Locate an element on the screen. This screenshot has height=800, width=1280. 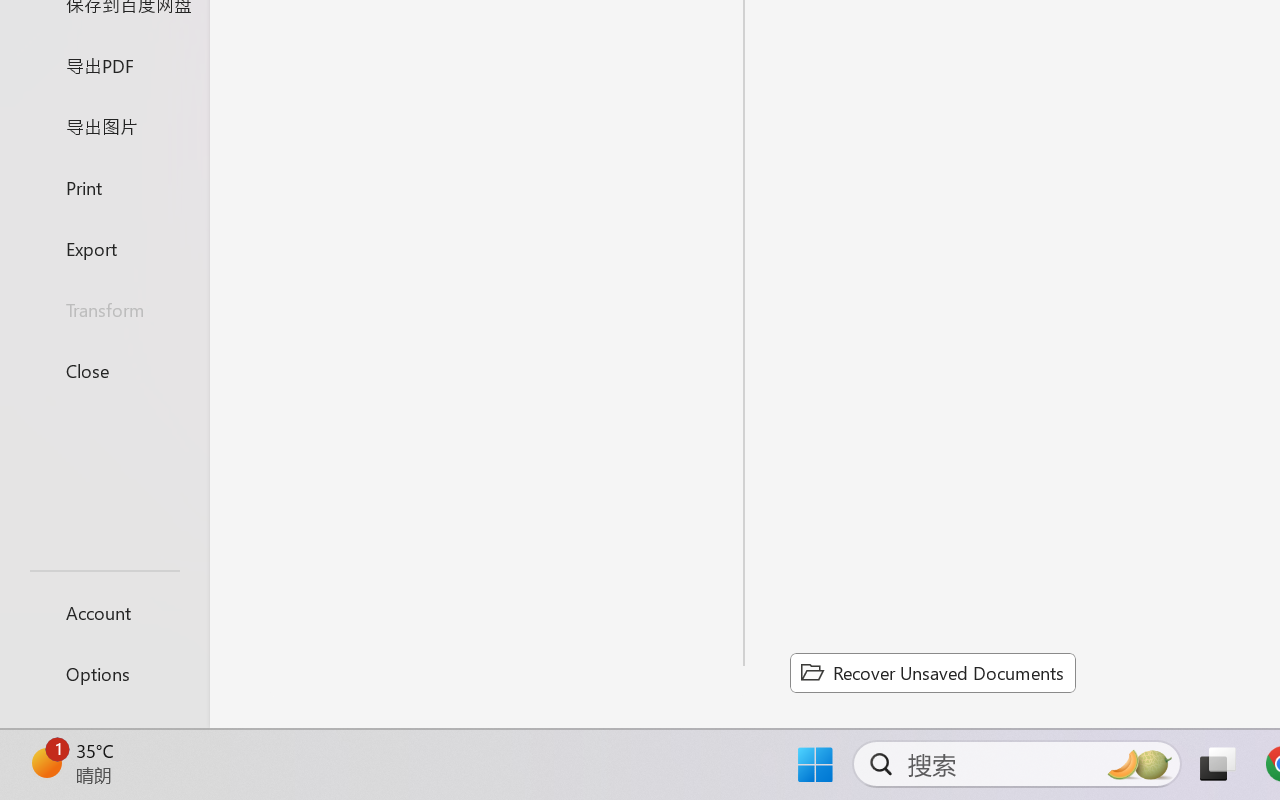
'Transform' is located at coordinates (103, 308).